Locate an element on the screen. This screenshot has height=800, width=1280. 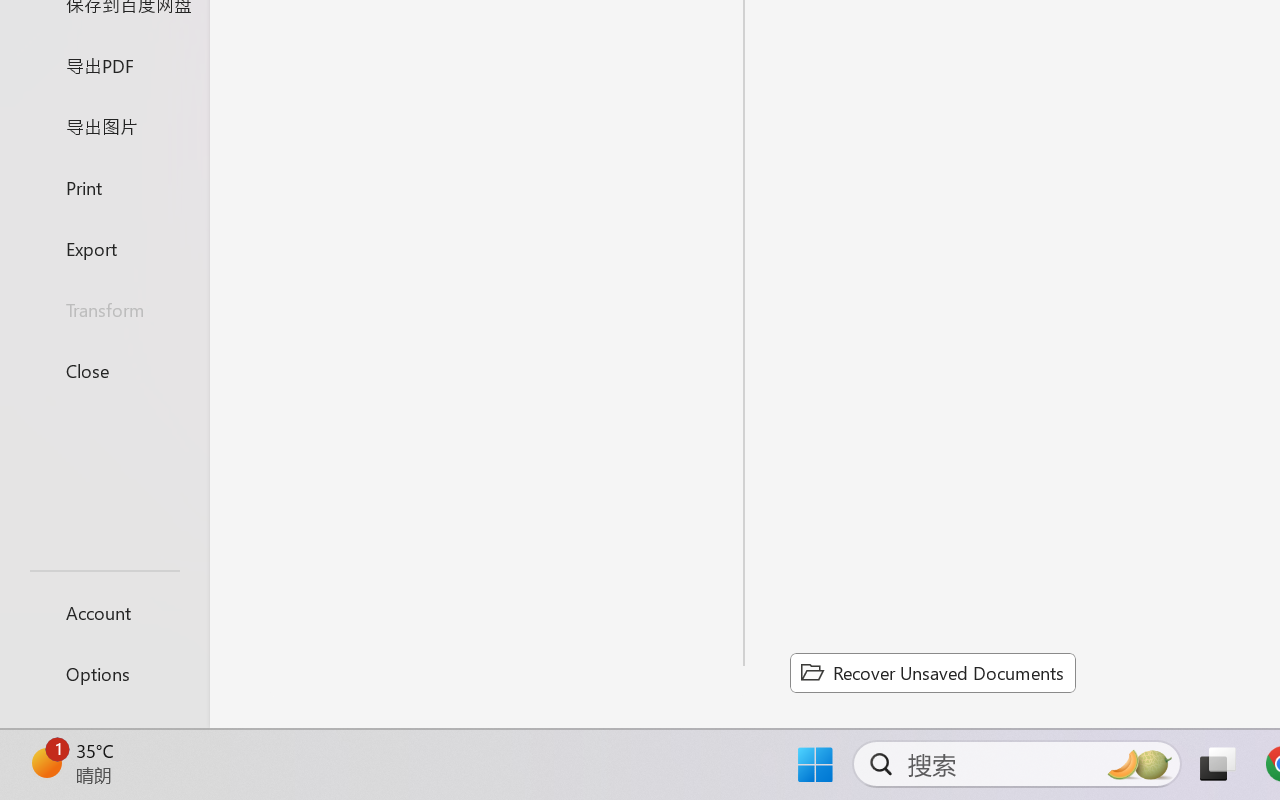
'Transform' is located at coordinates (103, 308).